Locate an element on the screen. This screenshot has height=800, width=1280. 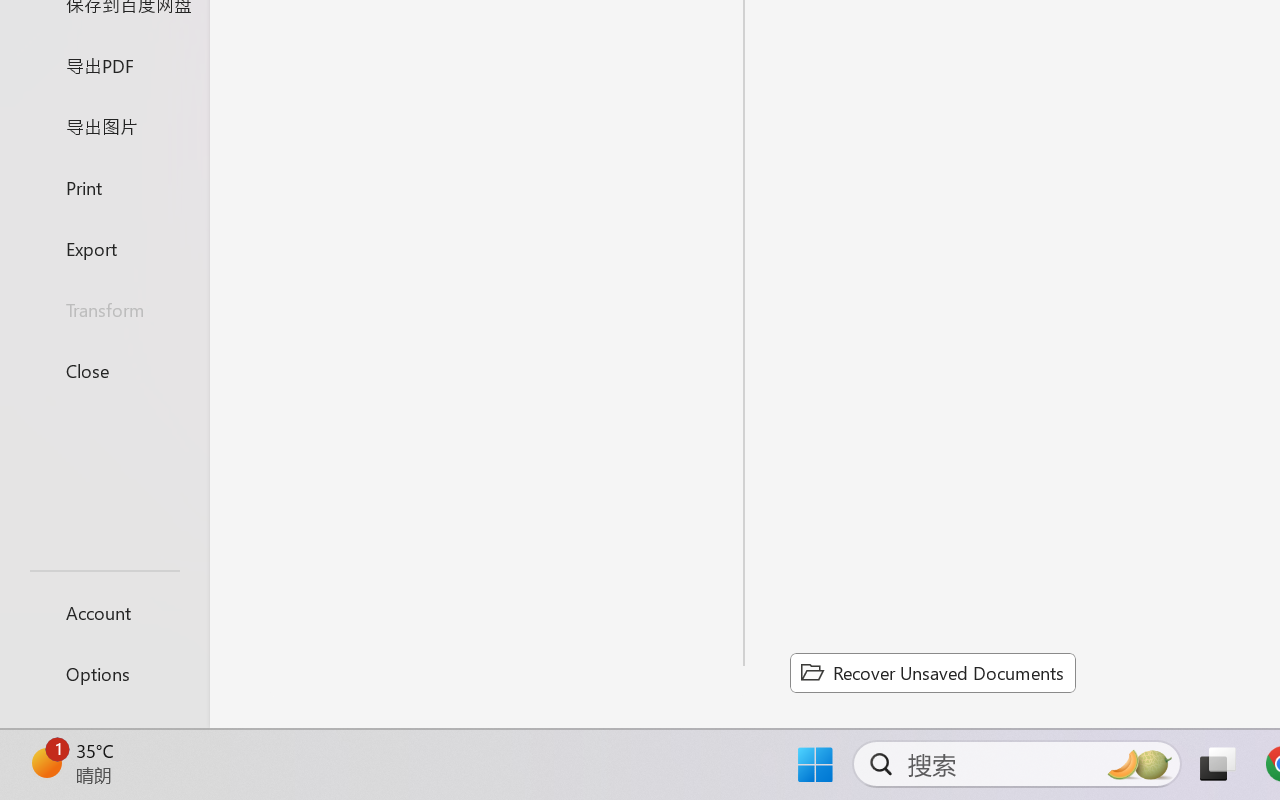
'Transform' is located at coordinates (103, 308).